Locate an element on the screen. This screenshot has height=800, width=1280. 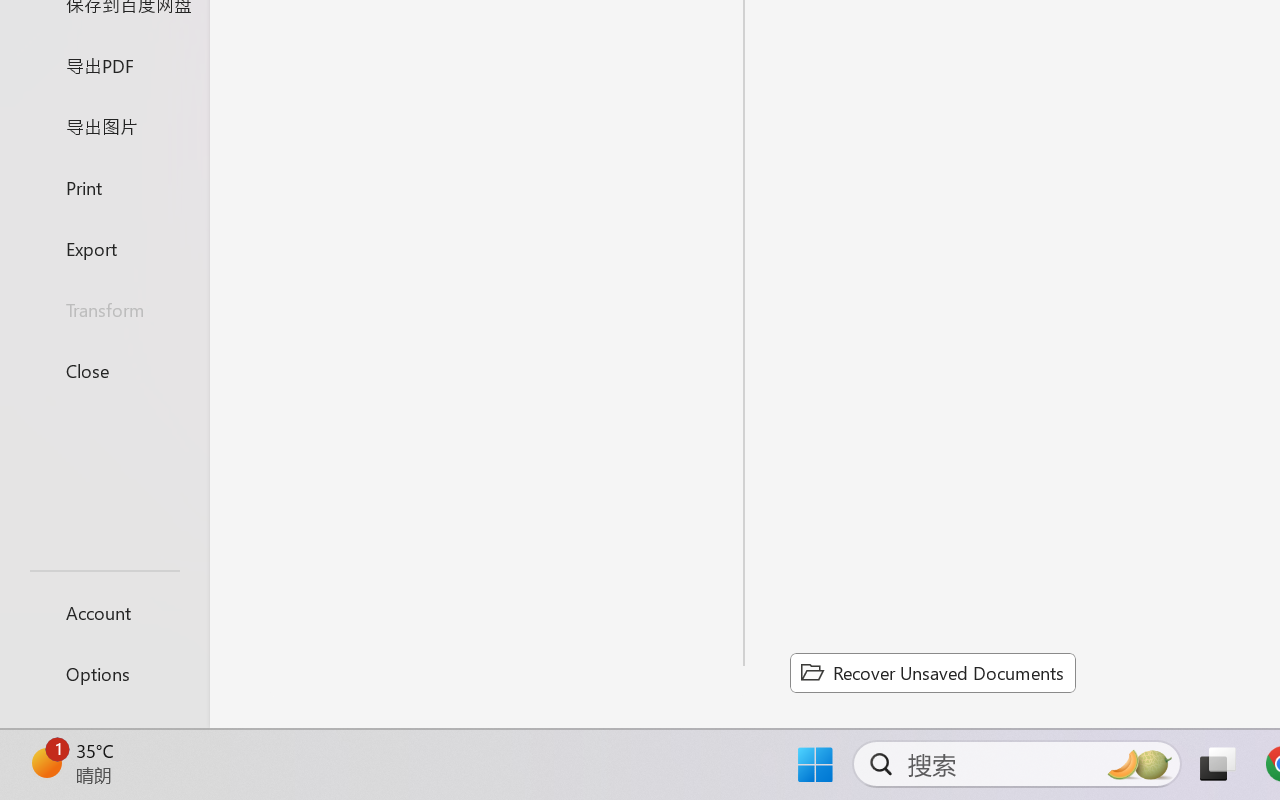
'Transform' is located at coordinates (103, 308).